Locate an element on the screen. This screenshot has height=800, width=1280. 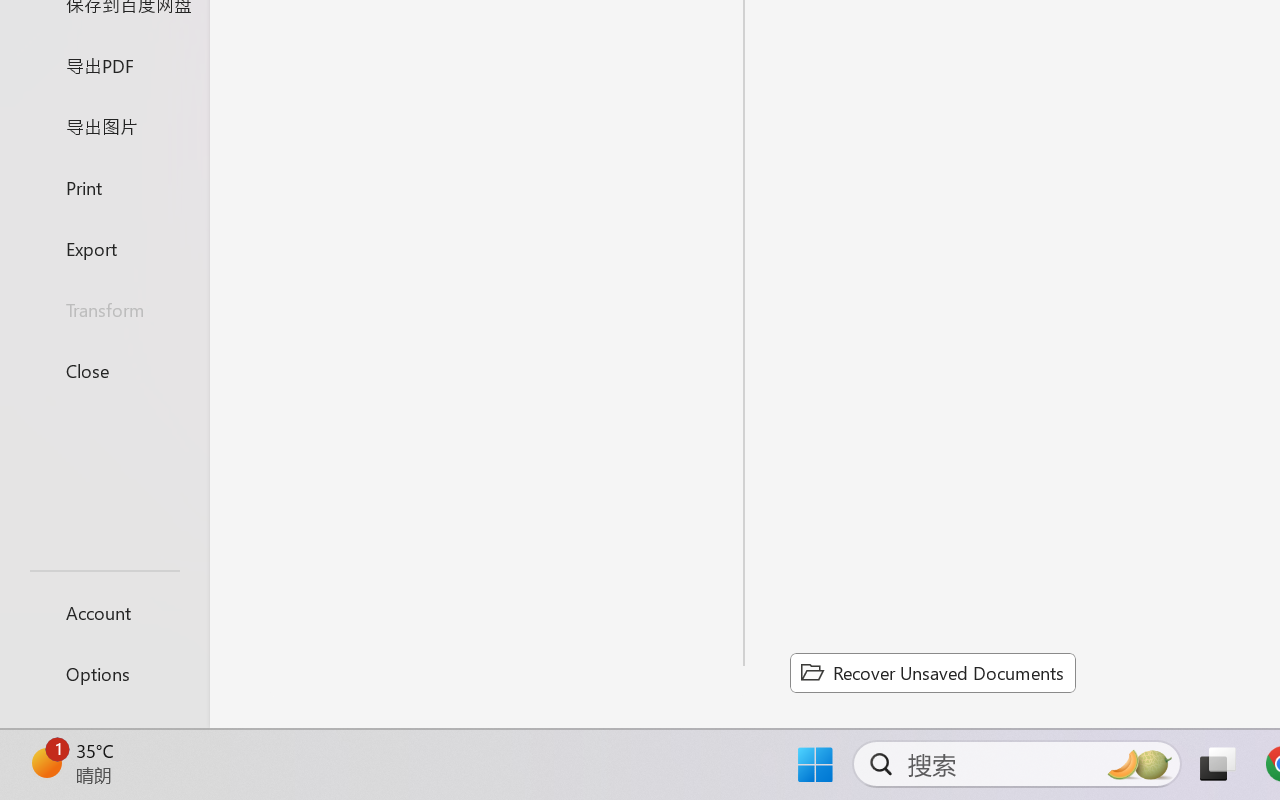
'Transform' is located at coordinates (103, 308).